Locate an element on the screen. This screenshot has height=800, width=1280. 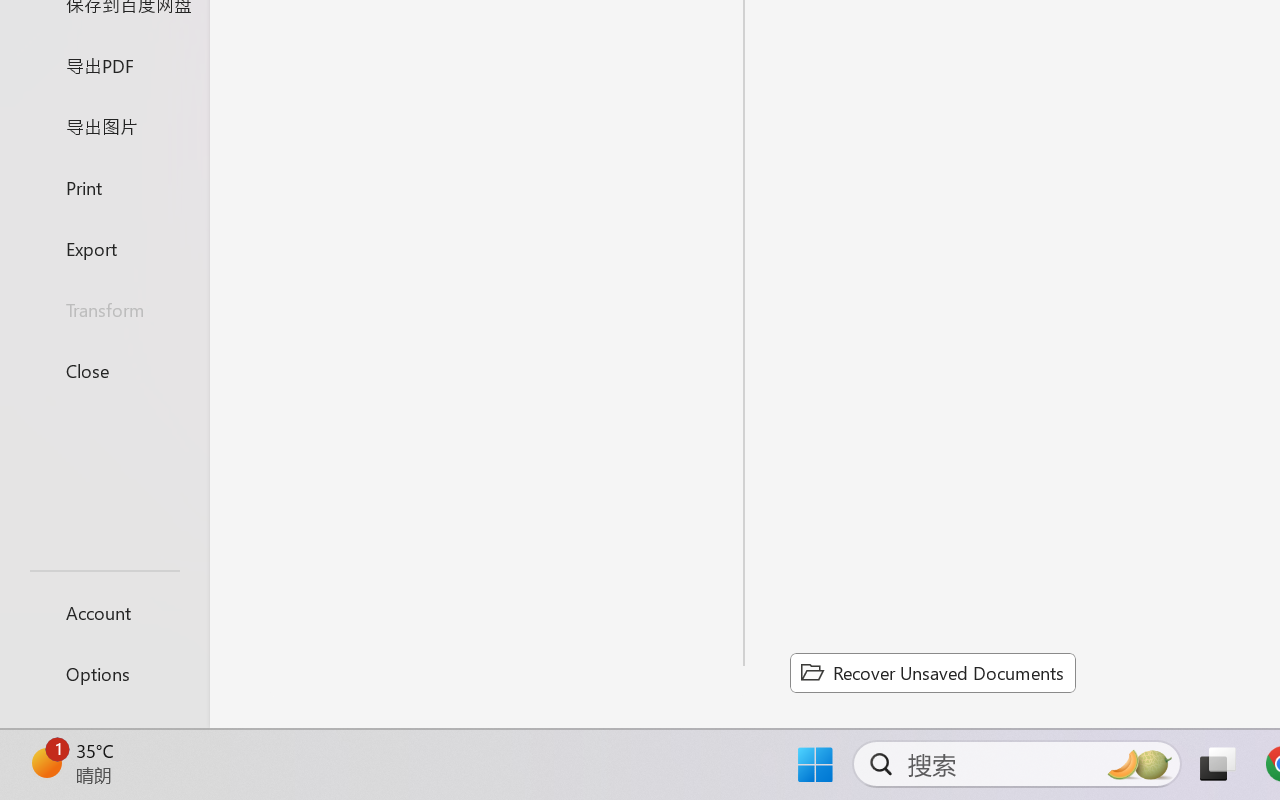
'Transform' is located at coordinates (103, 308).